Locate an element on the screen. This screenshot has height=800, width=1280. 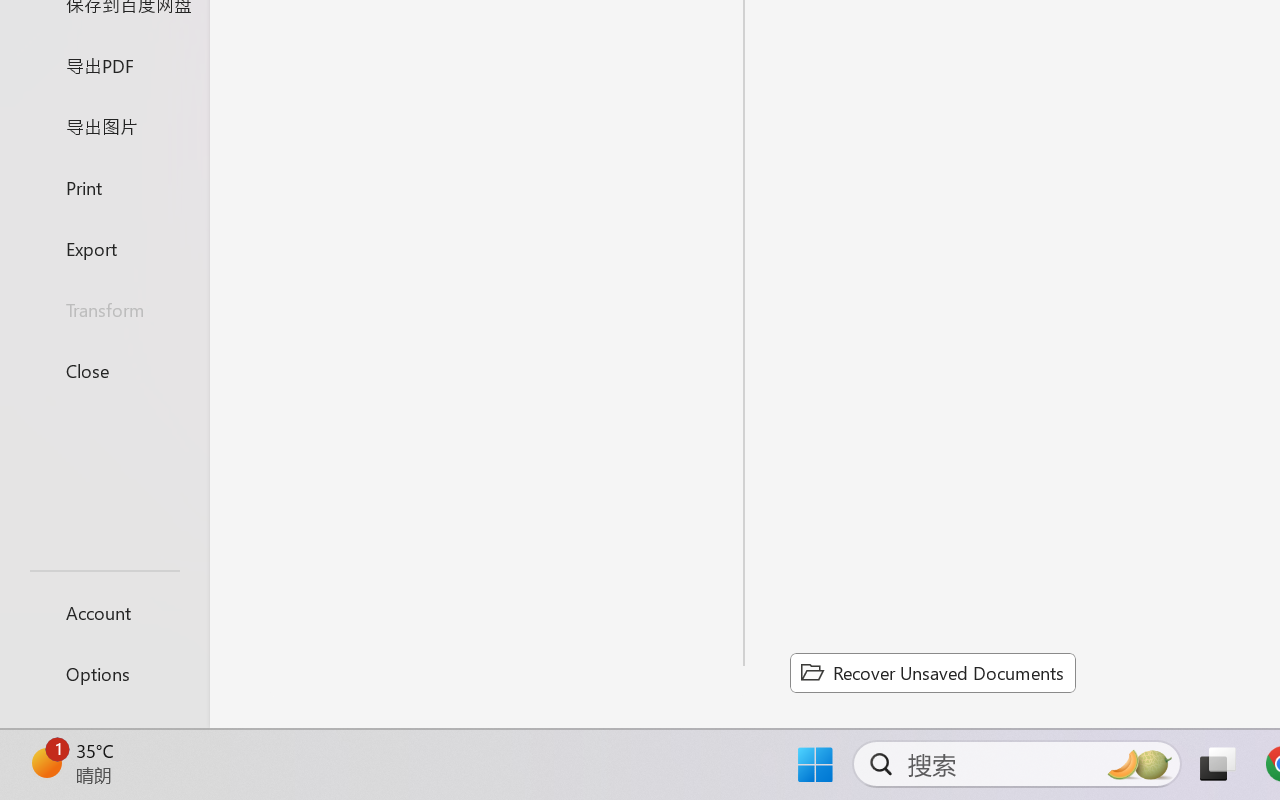
'Transform' is located at coordinates (103, 308).